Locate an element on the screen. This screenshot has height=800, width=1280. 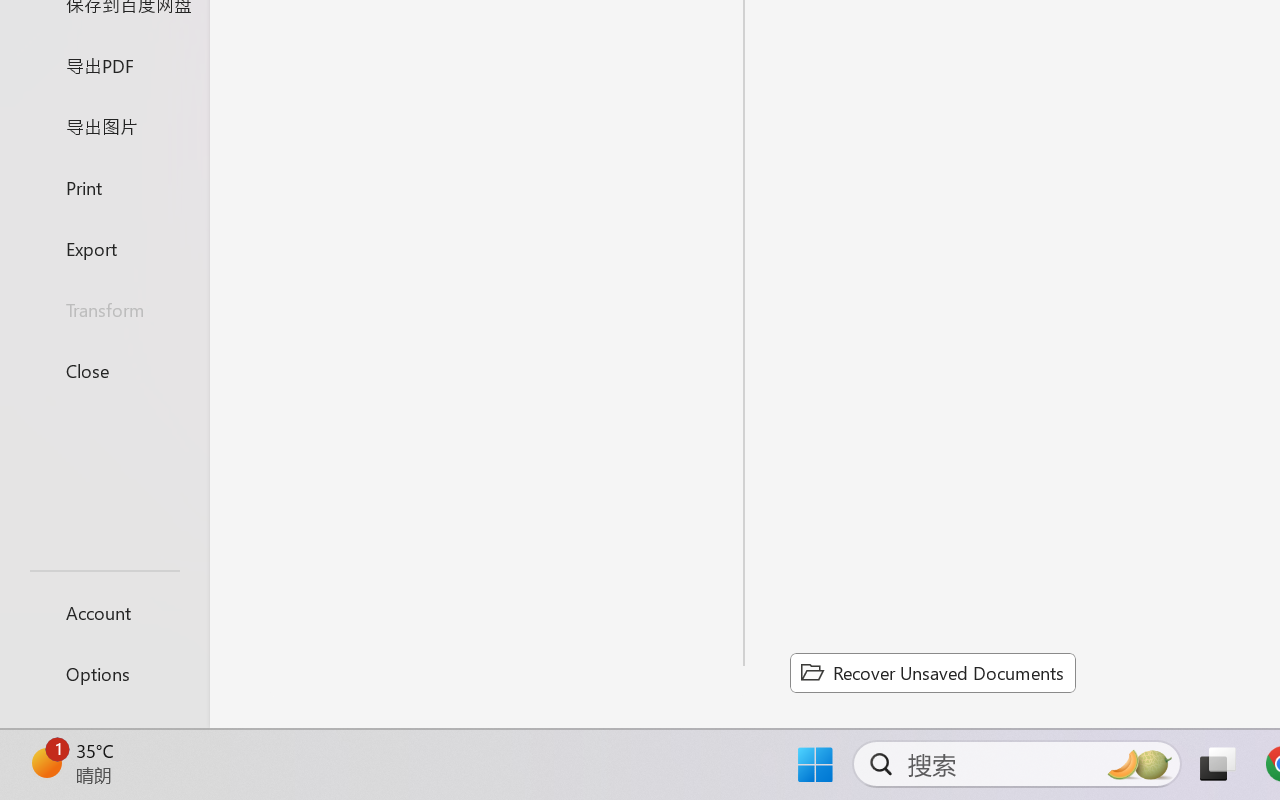
'Transform' is located at coordinates (103, 308).